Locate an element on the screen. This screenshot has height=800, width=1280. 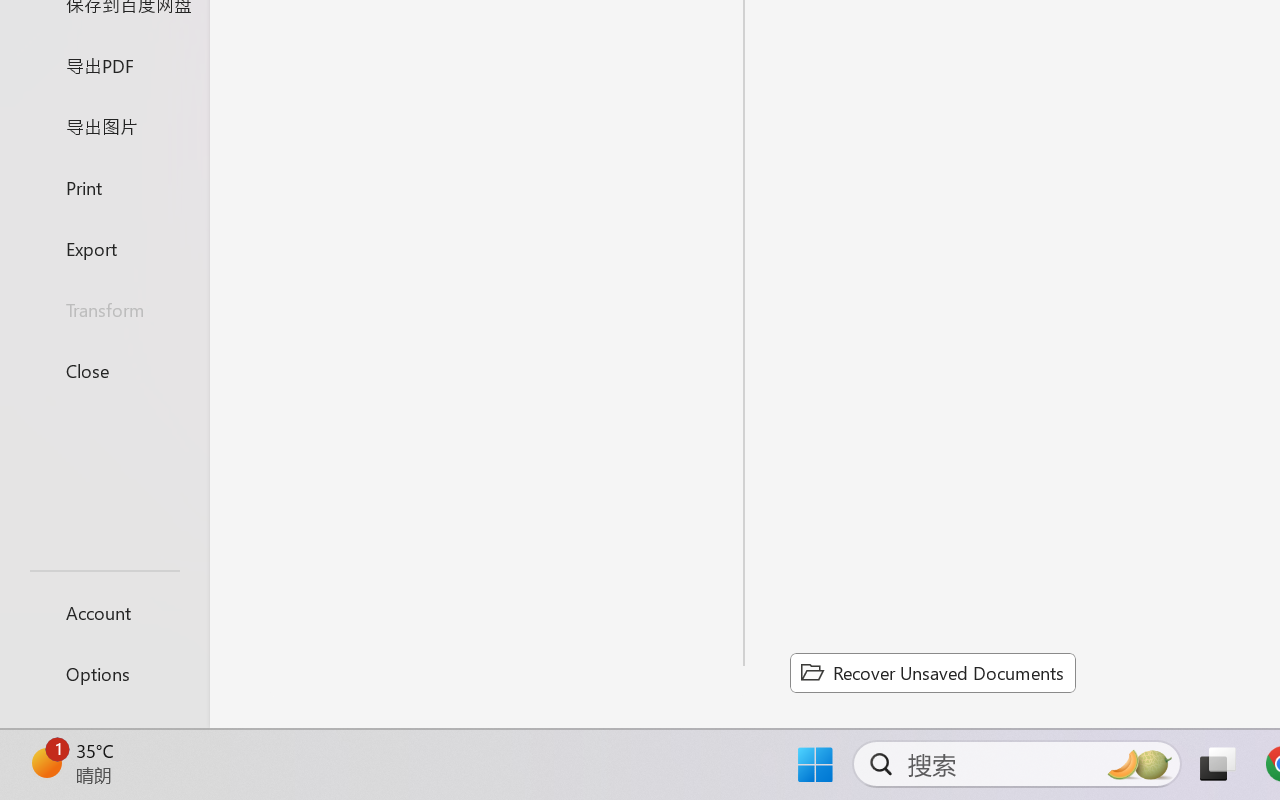
'Transform' is located at coordinates (103, 308).